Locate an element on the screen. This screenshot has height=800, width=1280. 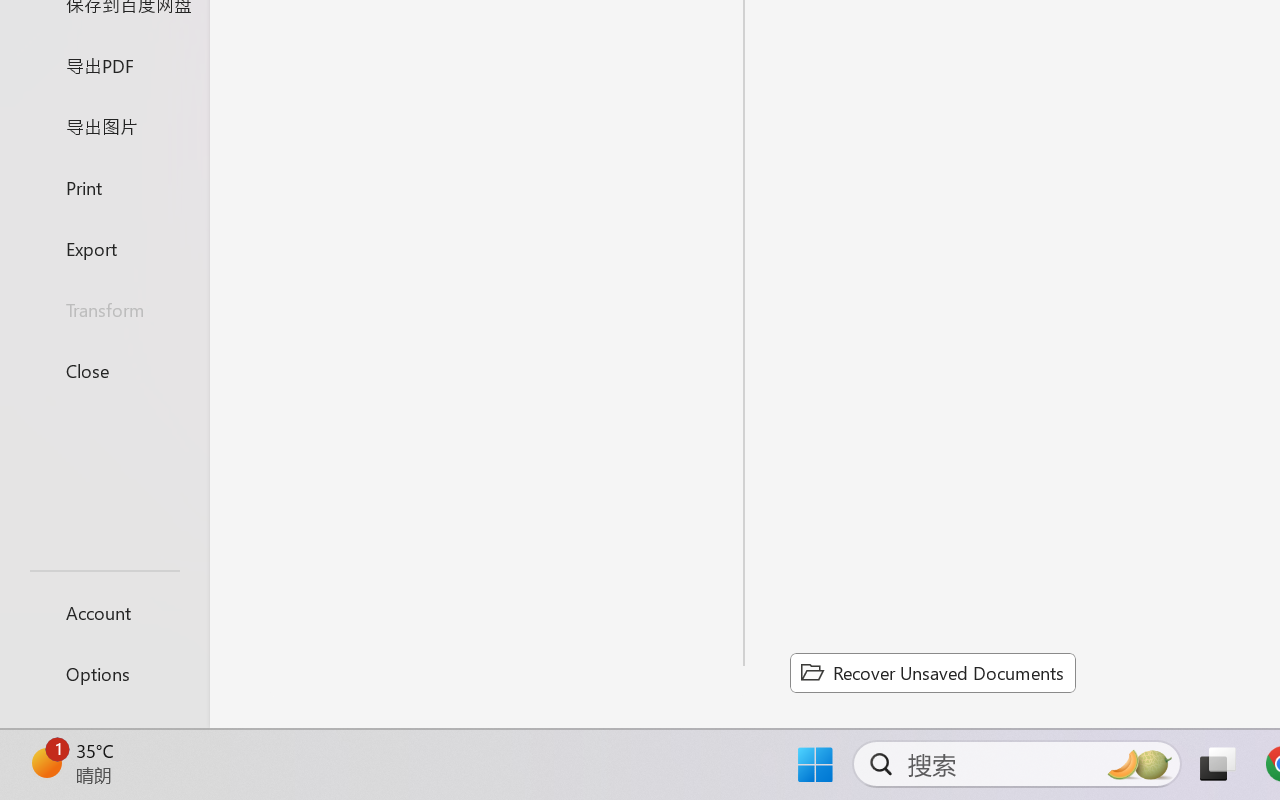
'Transform' is located at coordinates (103, 308).